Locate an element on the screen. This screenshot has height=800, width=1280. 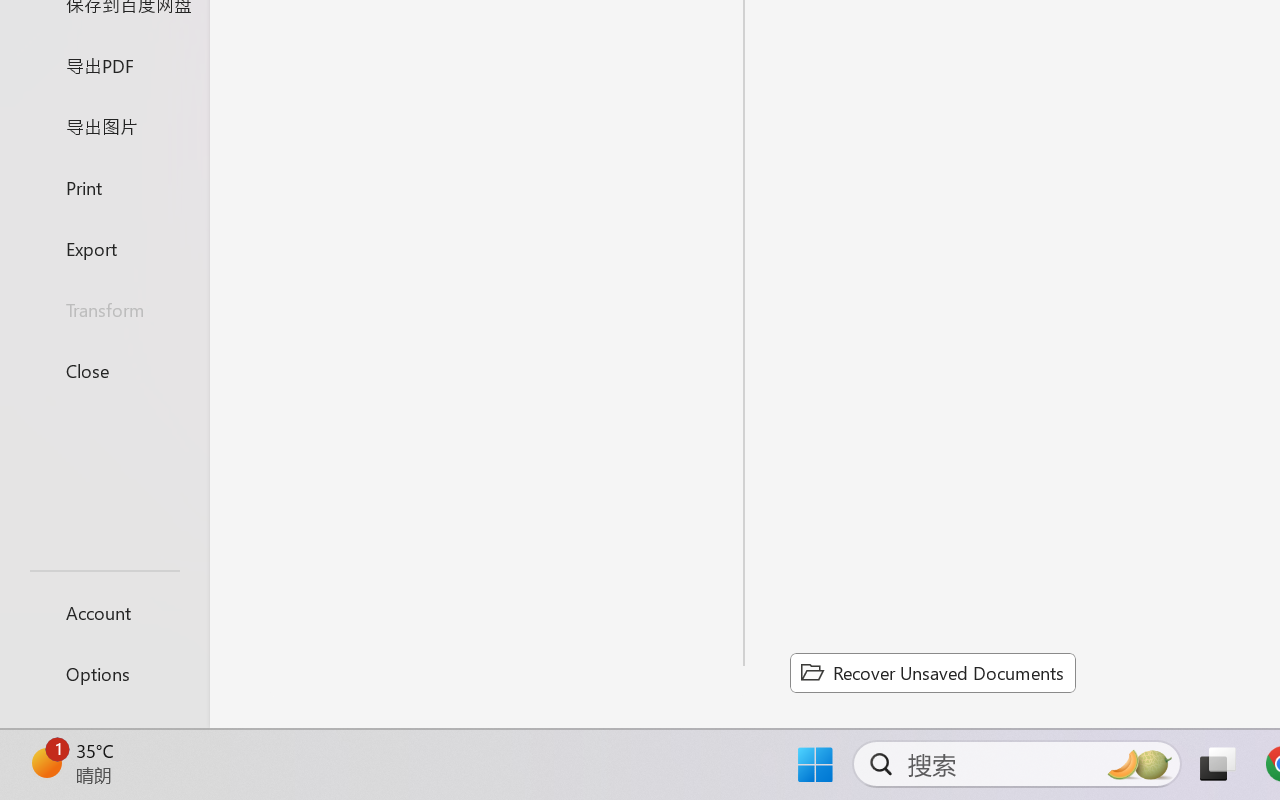
'Transform' is located at coordinates (103, 308).